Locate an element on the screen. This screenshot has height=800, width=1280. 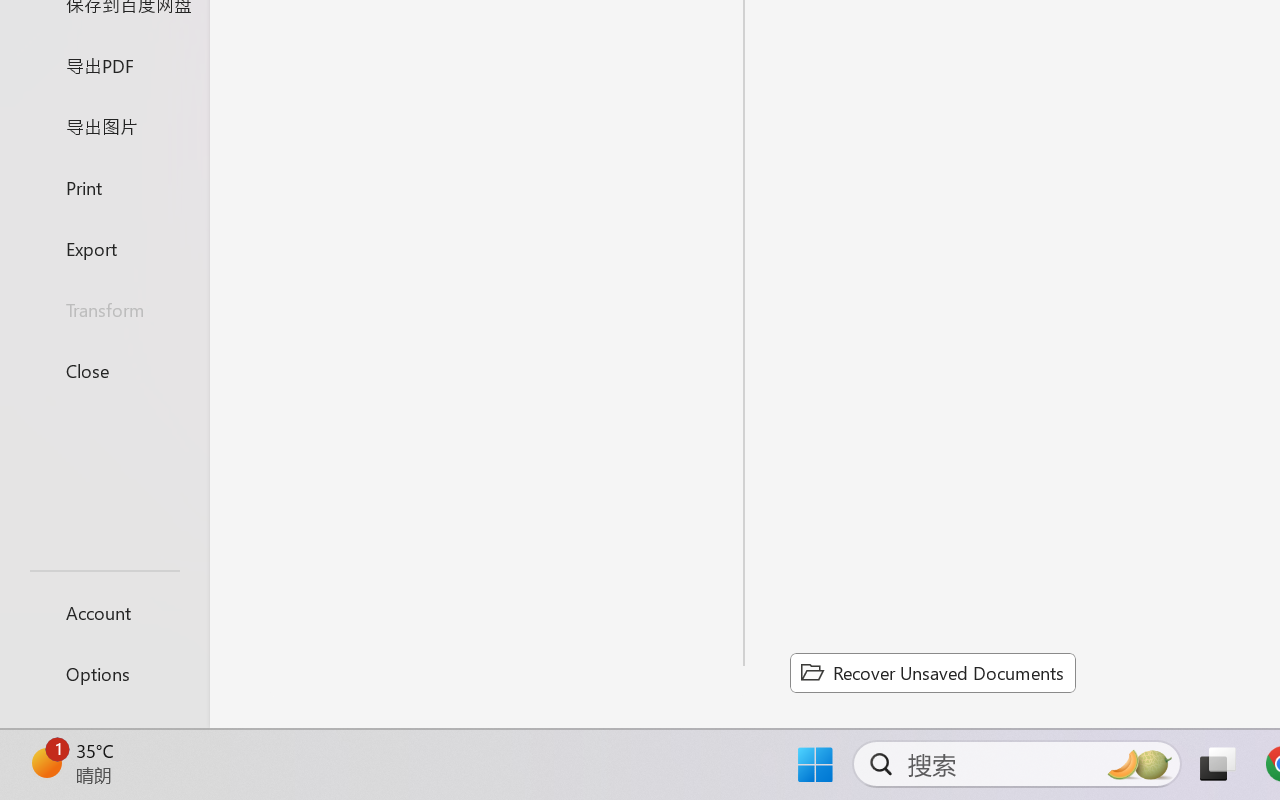
'Transform' is located at coordinates (103, 308).